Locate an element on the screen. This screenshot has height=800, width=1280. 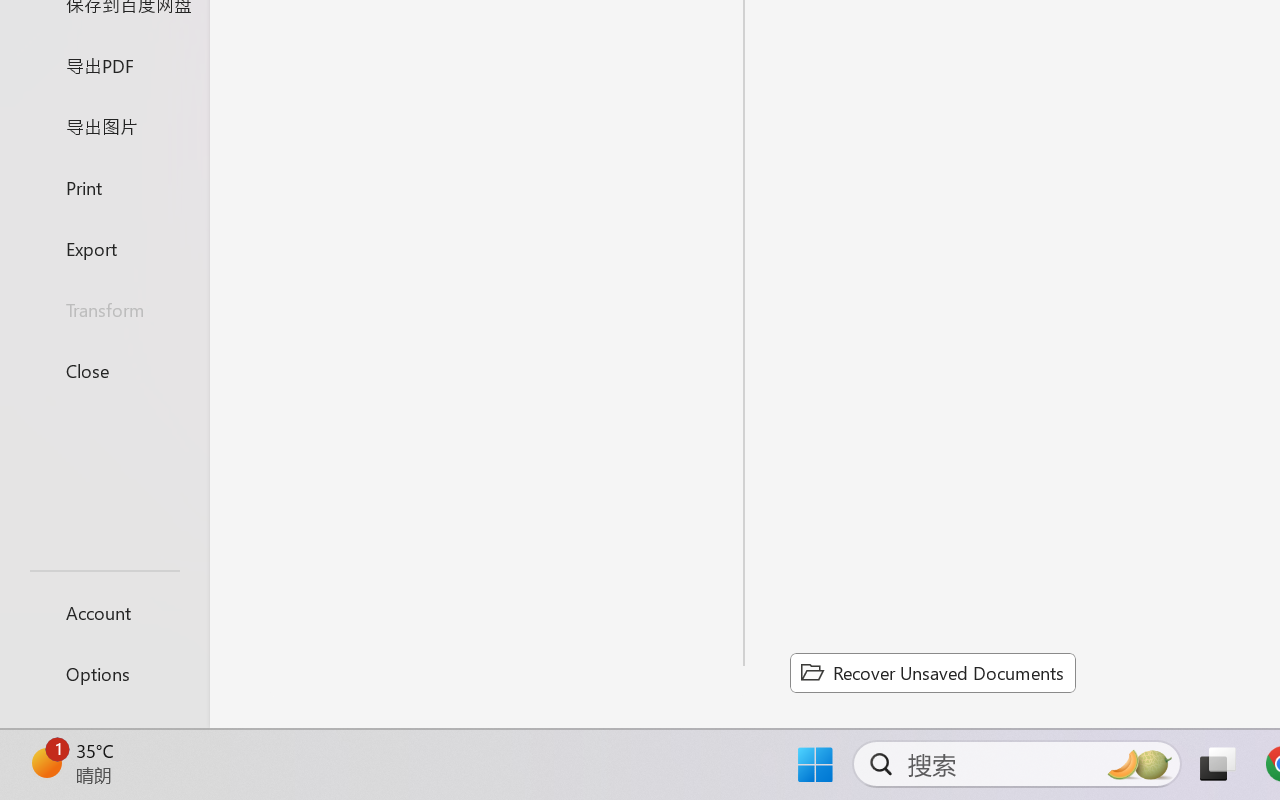
'Transform' is located at coordinates (103, 308).